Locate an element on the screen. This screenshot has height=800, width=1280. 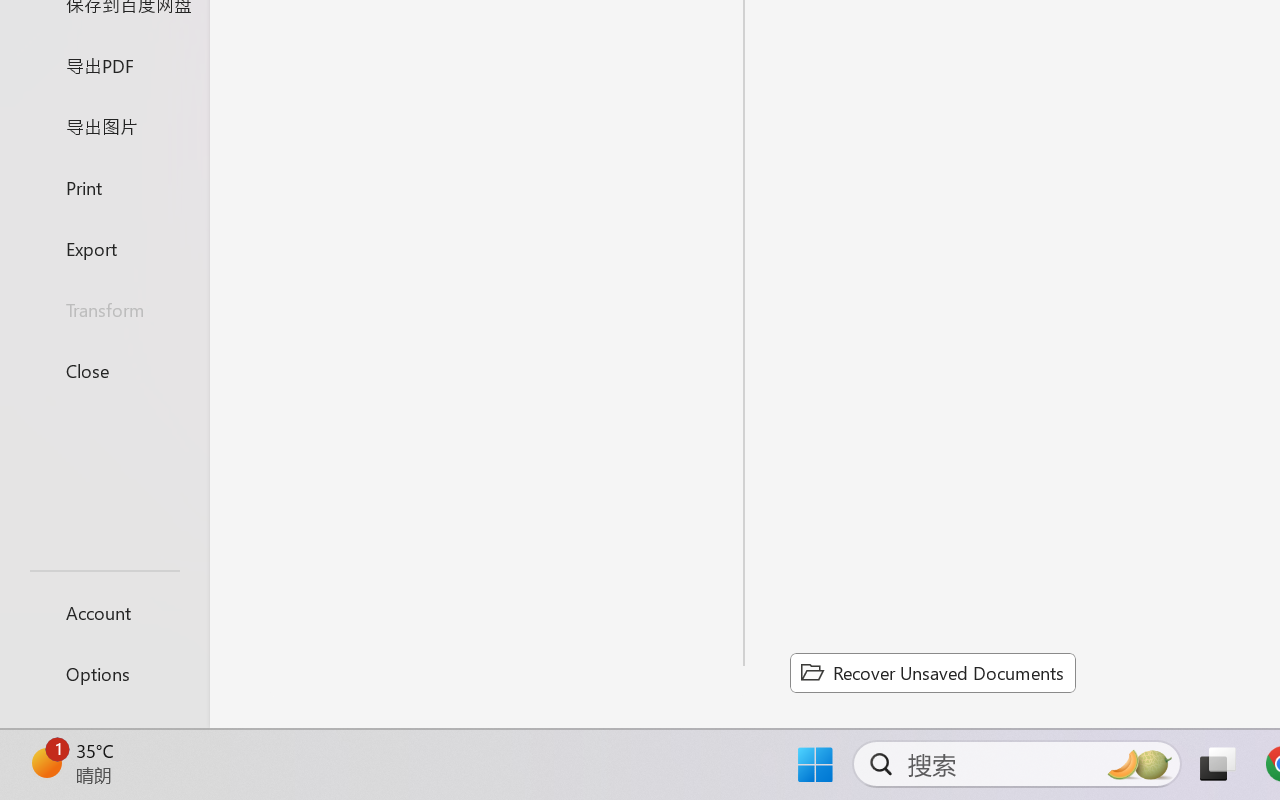
'Transform' is located at coordinates (103, 308).